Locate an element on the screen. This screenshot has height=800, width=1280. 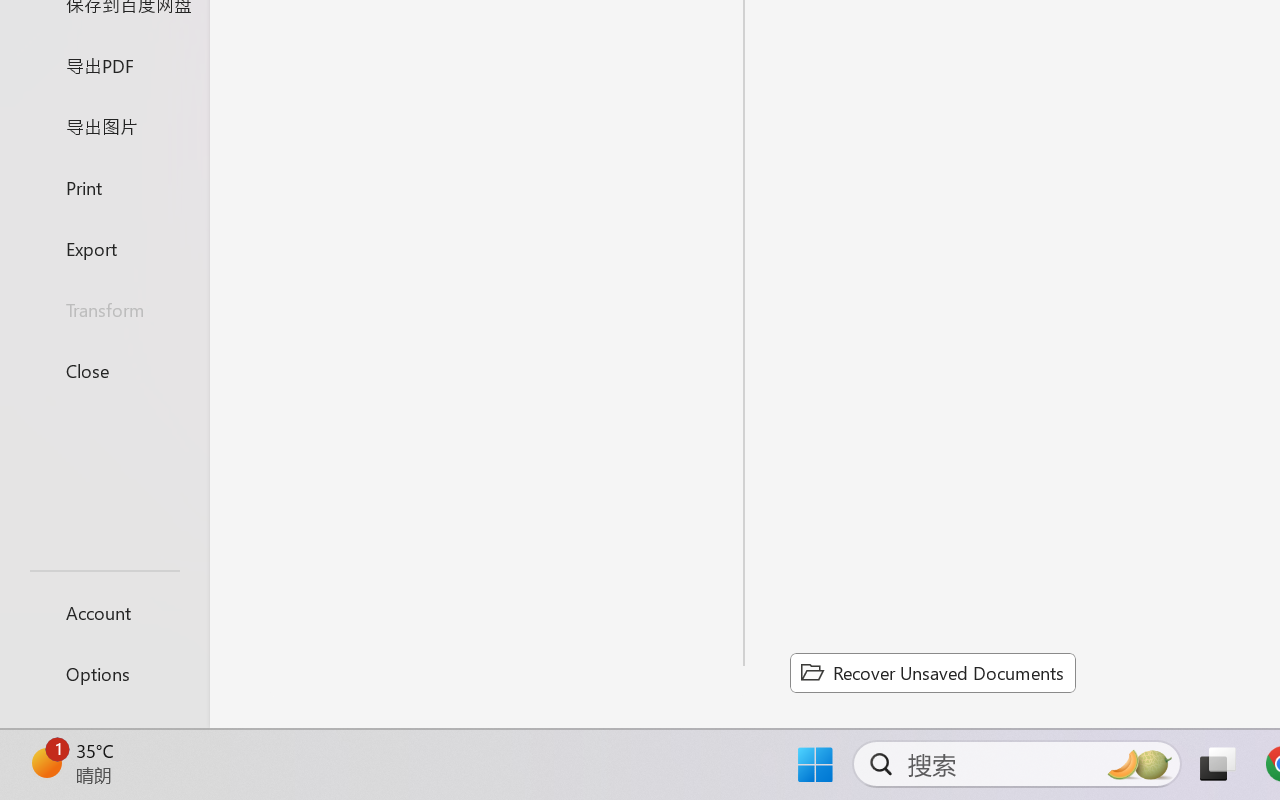
'Transform' is located at coordinates (103, 308).